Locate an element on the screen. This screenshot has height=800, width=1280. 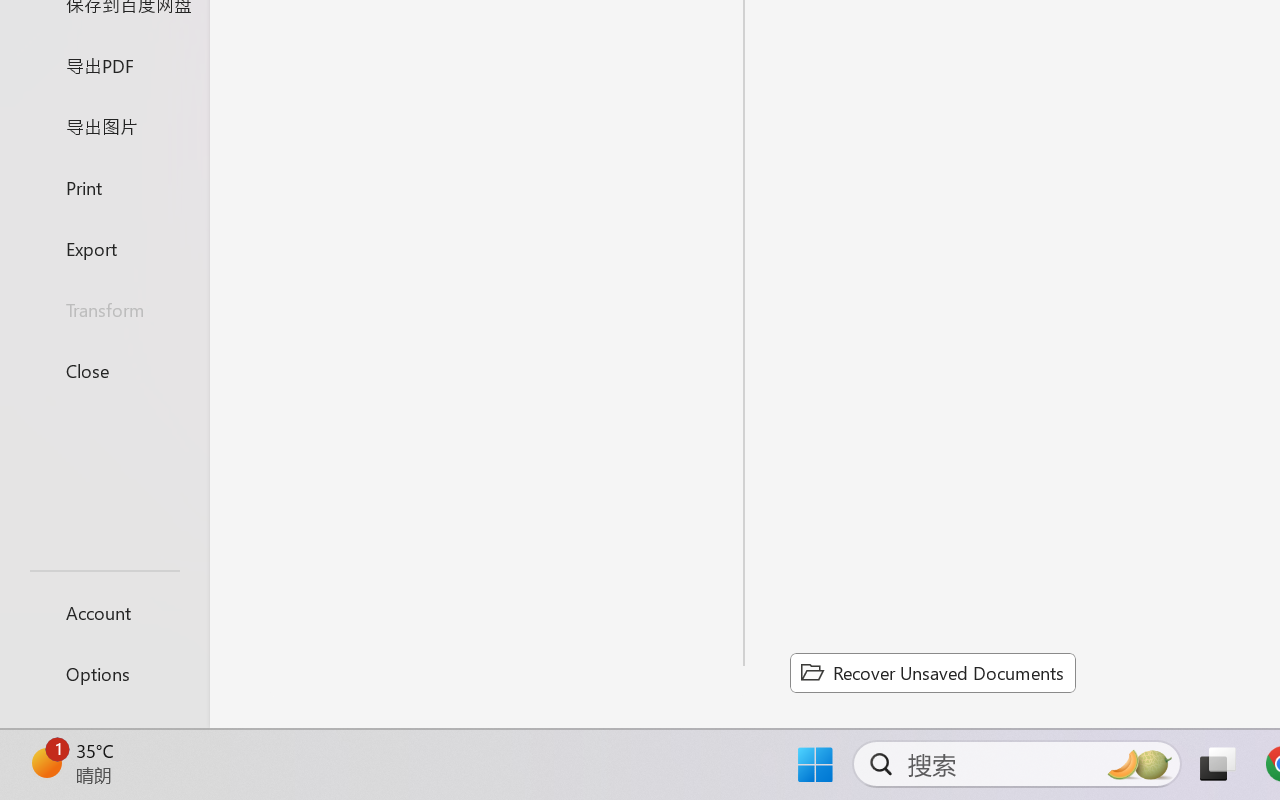
'Transform' is located at coordinates (103, 308).